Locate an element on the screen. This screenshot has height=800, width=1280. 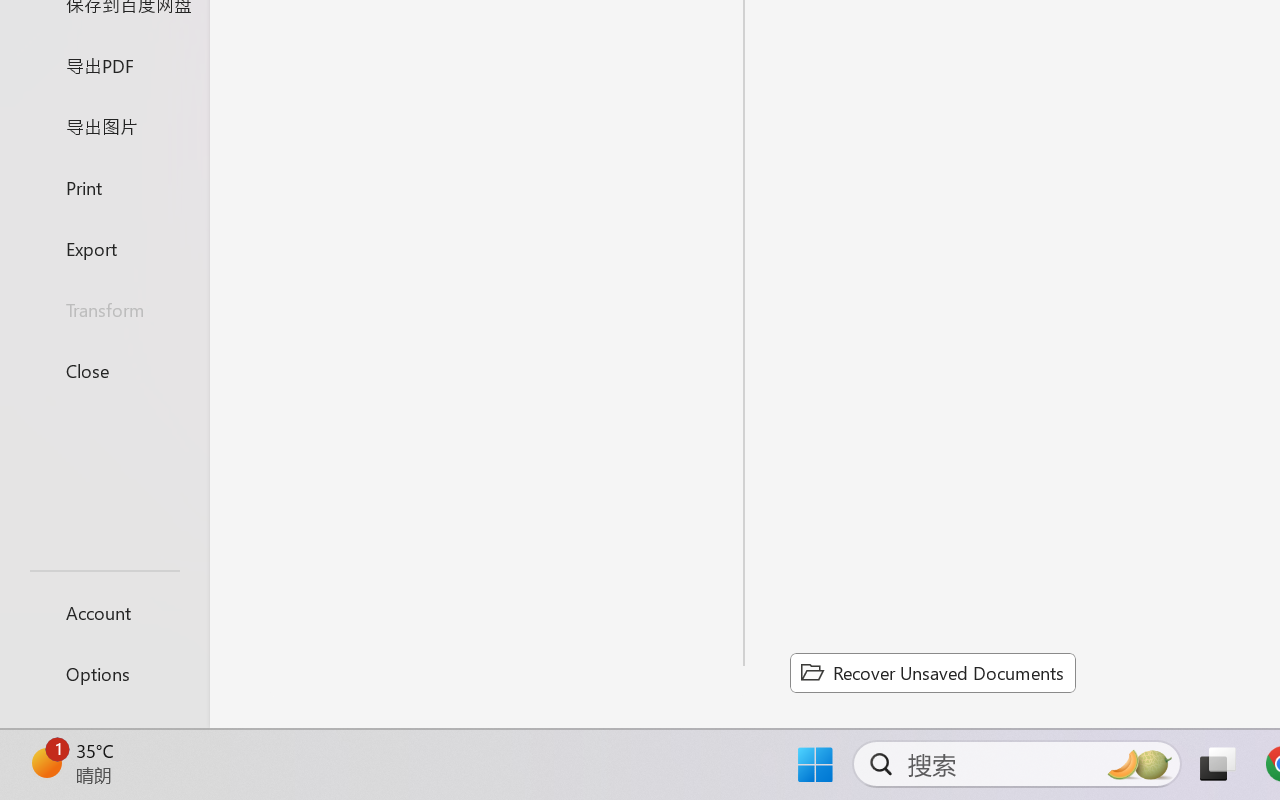
'Transform' is located at coordinates (103, 308).